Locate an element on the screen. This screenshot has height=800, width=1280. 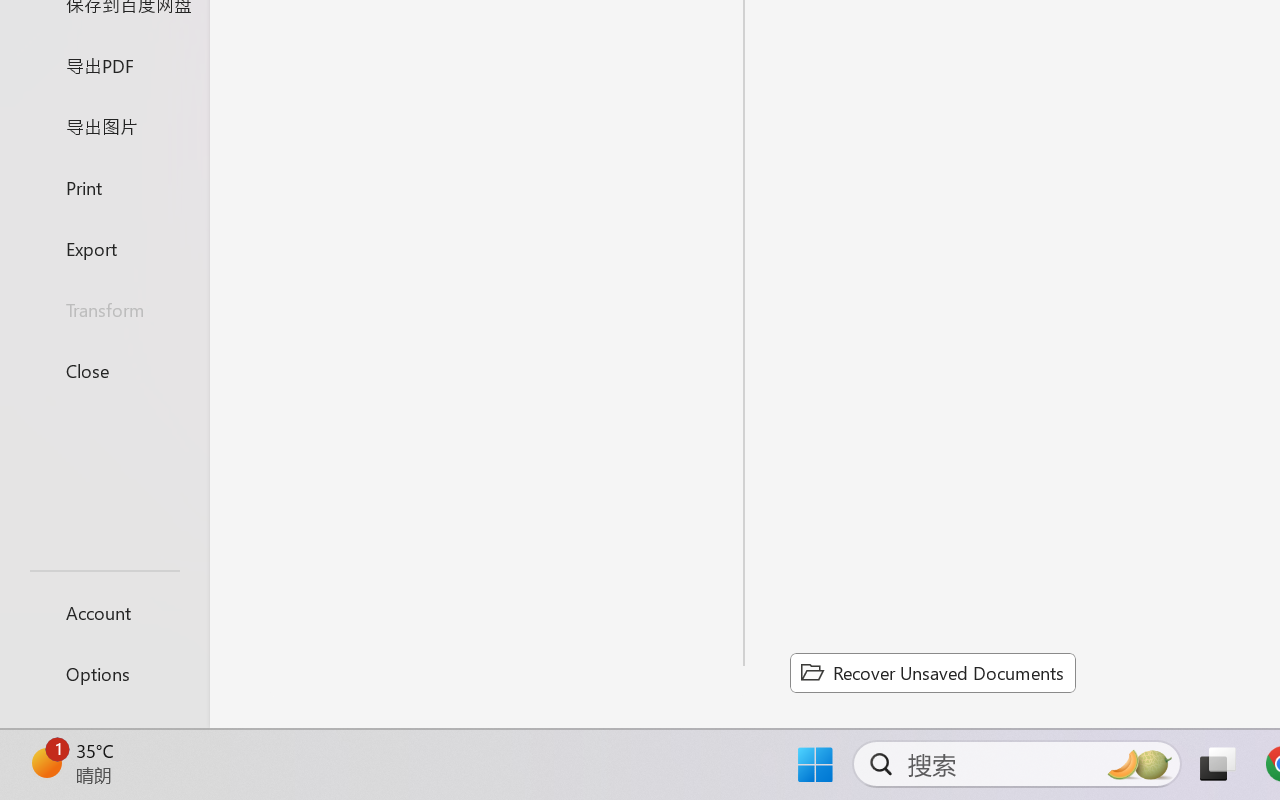
'Transform' is located at coordinates (103, 308).